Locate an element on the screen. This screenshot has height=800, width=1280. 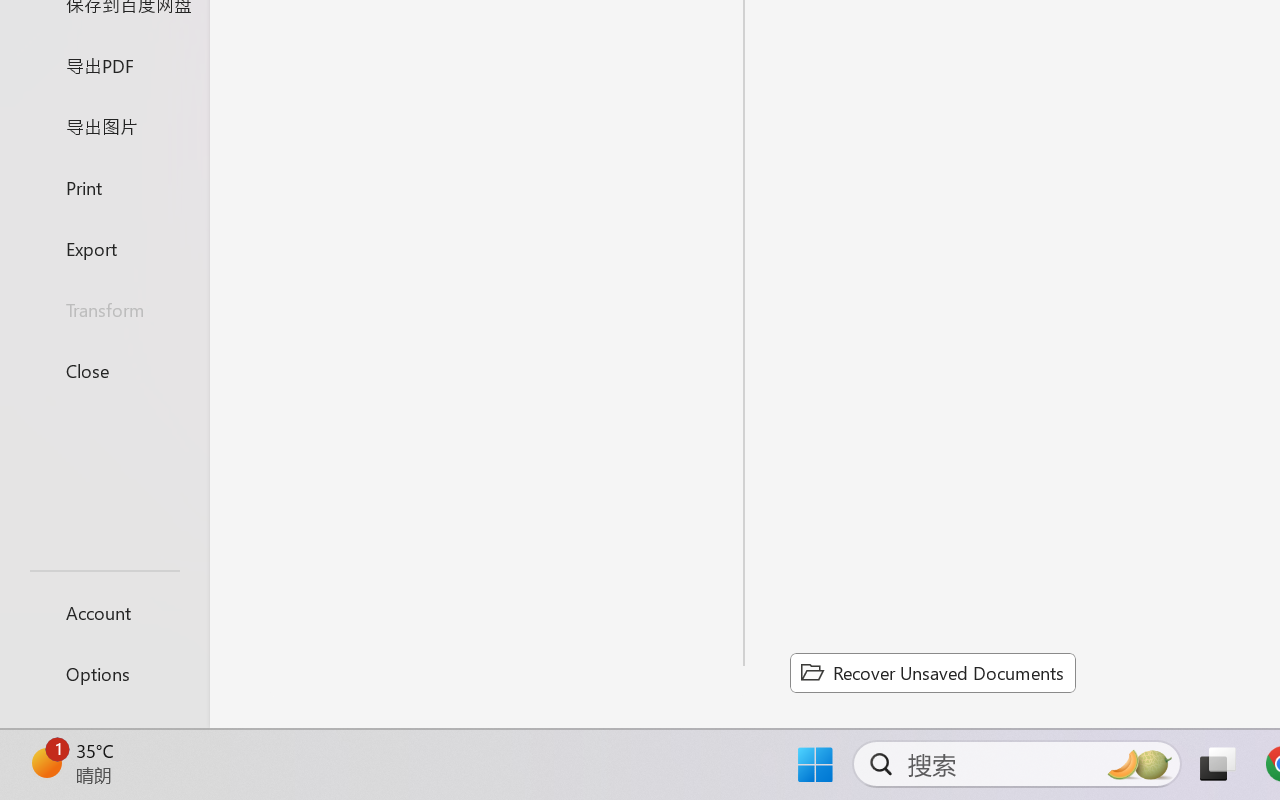
'Transform' is located at coordinates (103, 308).